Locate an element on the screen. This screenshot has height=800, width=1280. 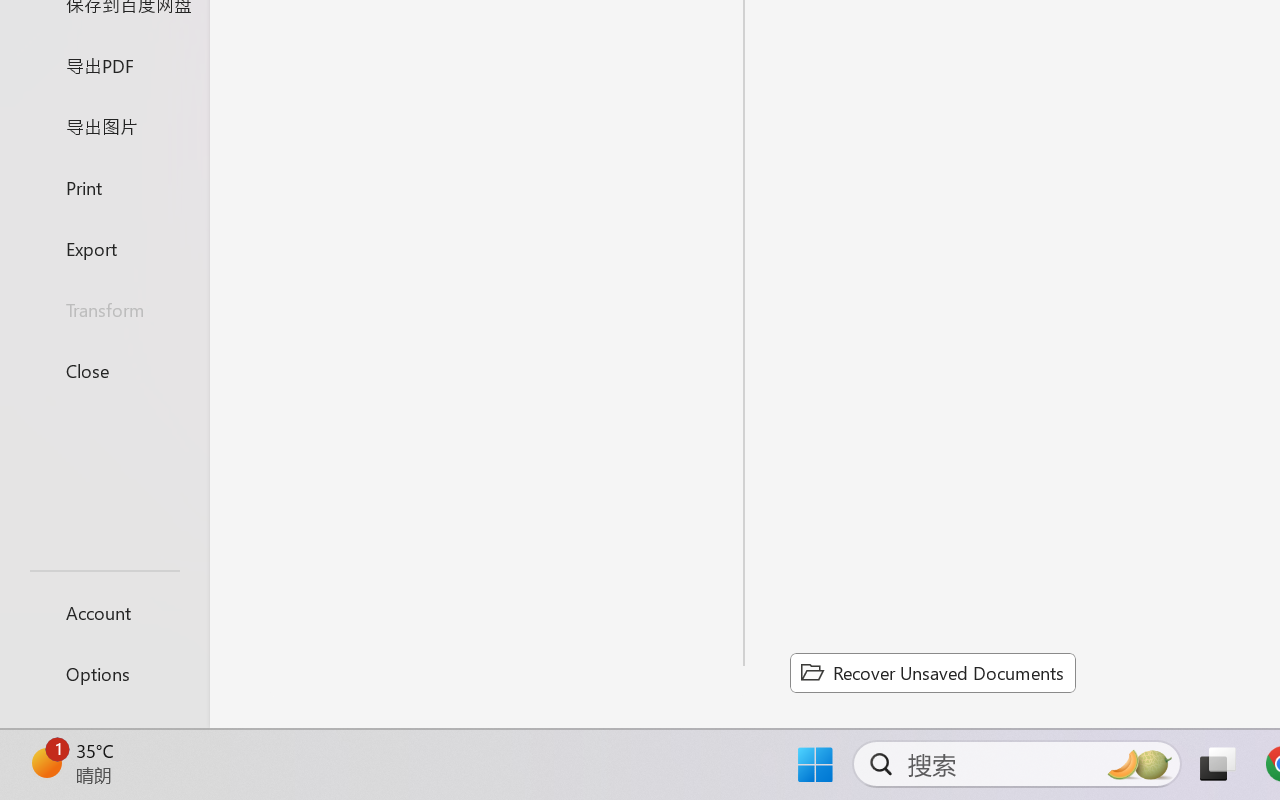
'Transform' is located at coordinates (103, 308).